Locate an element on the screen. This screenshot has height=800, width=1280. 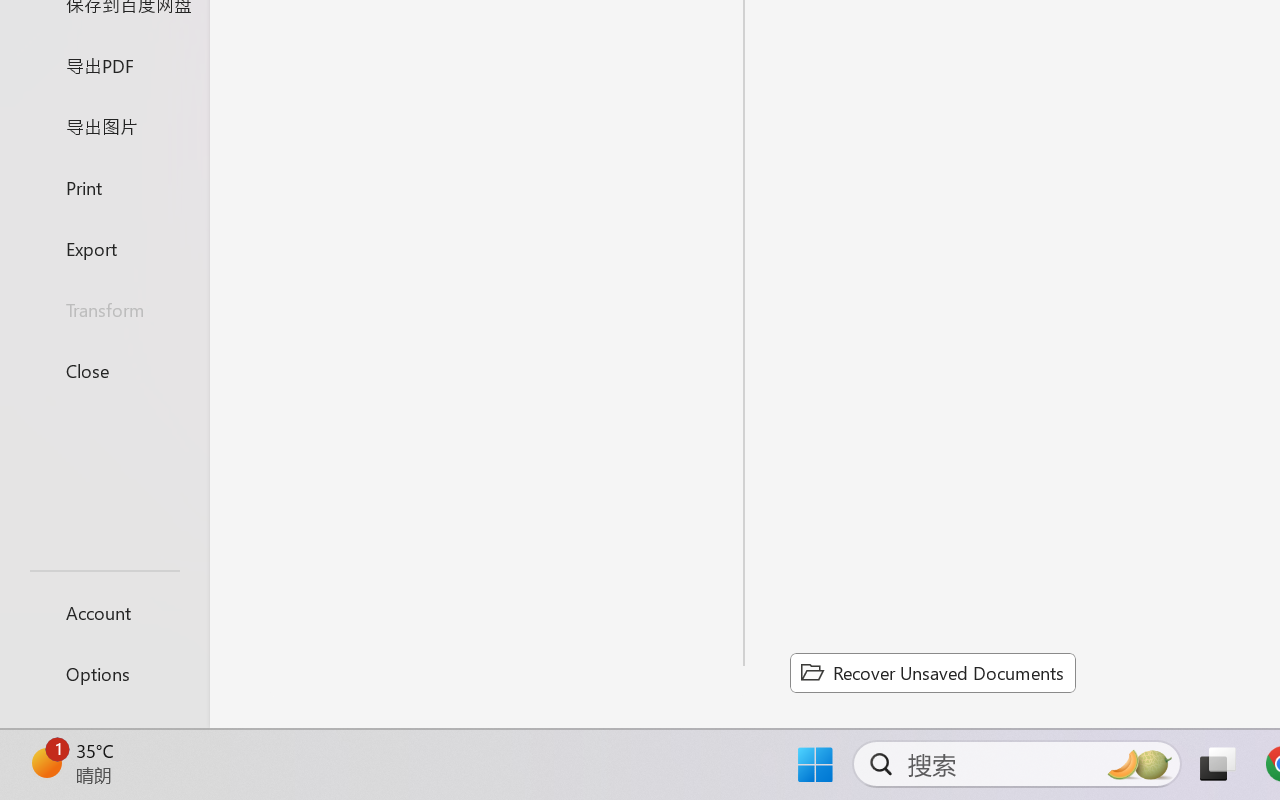
'Transform' is located at coordinates (103, 308).